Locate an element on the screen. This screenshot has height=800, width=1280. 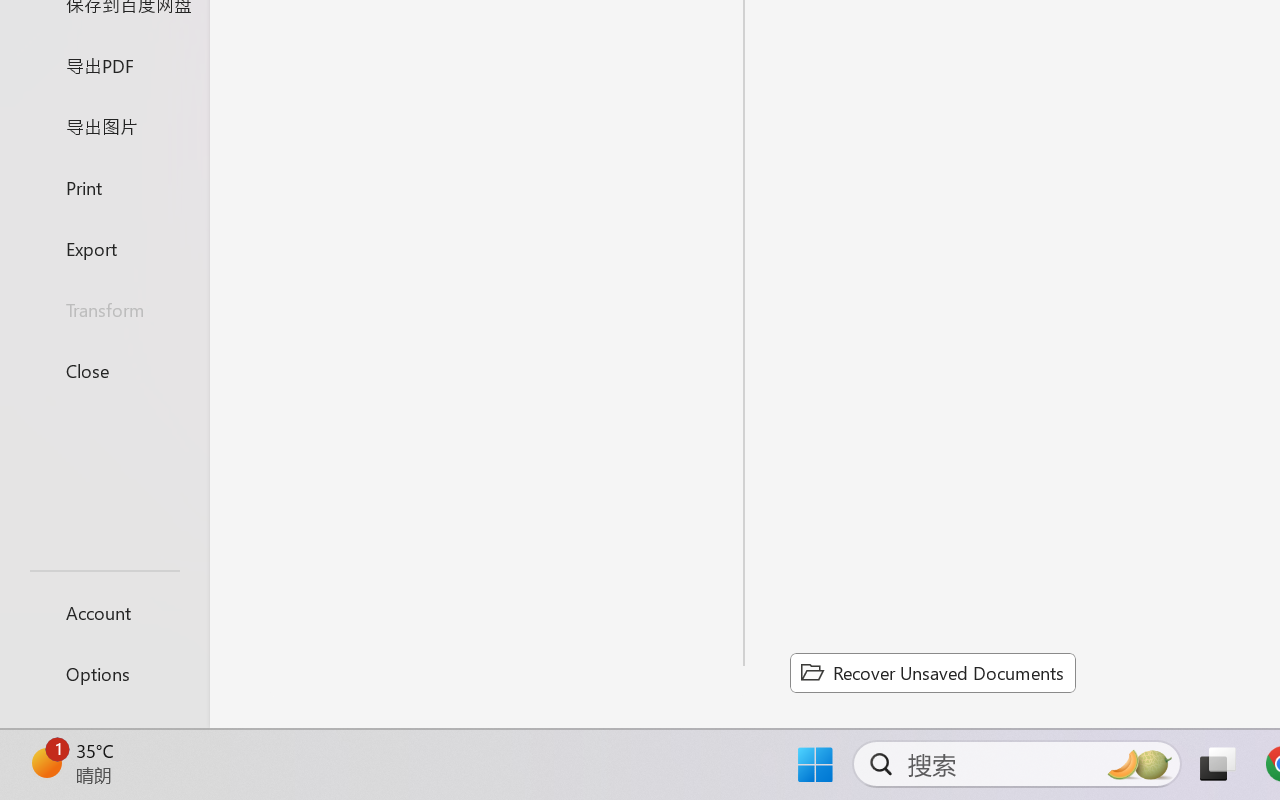
'Transform' is located at coordinates (103, 308).